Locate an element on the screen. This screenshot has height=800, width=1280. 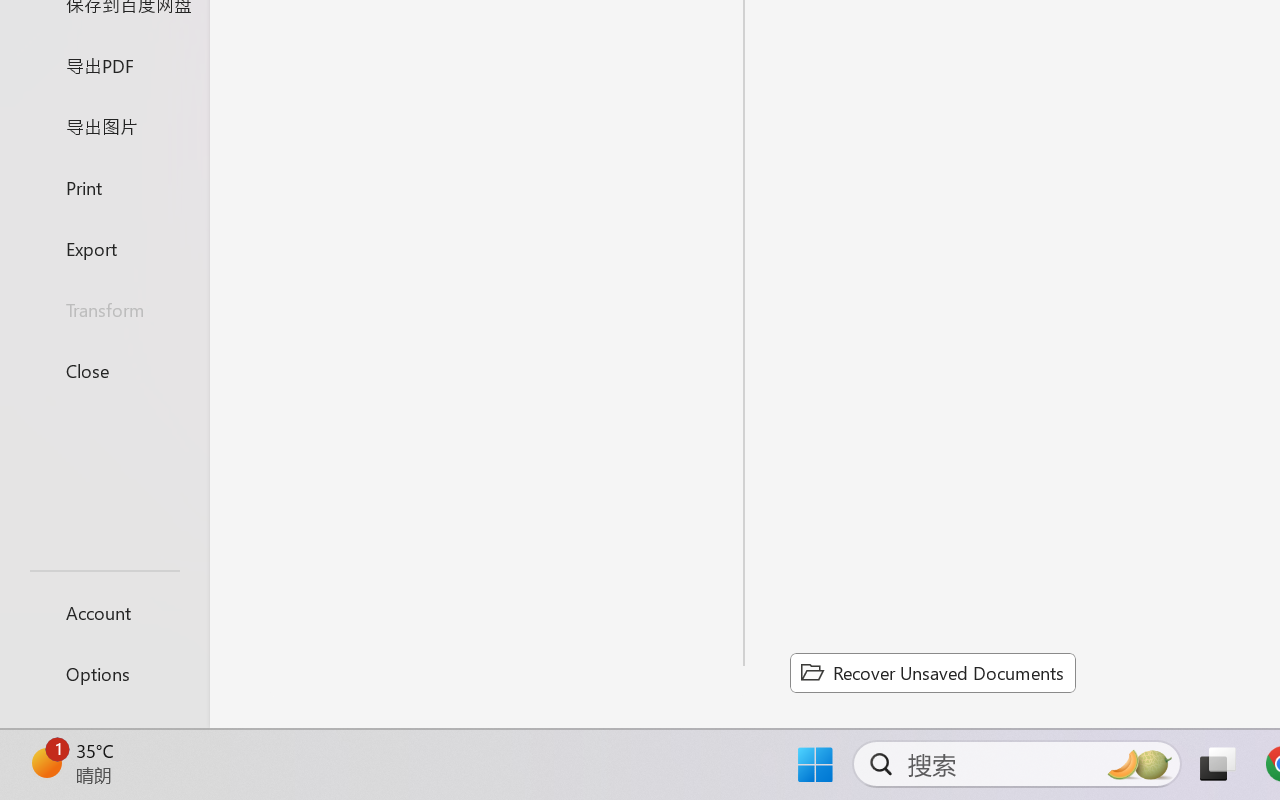
'Transform' is located at coordinates (103, 308).